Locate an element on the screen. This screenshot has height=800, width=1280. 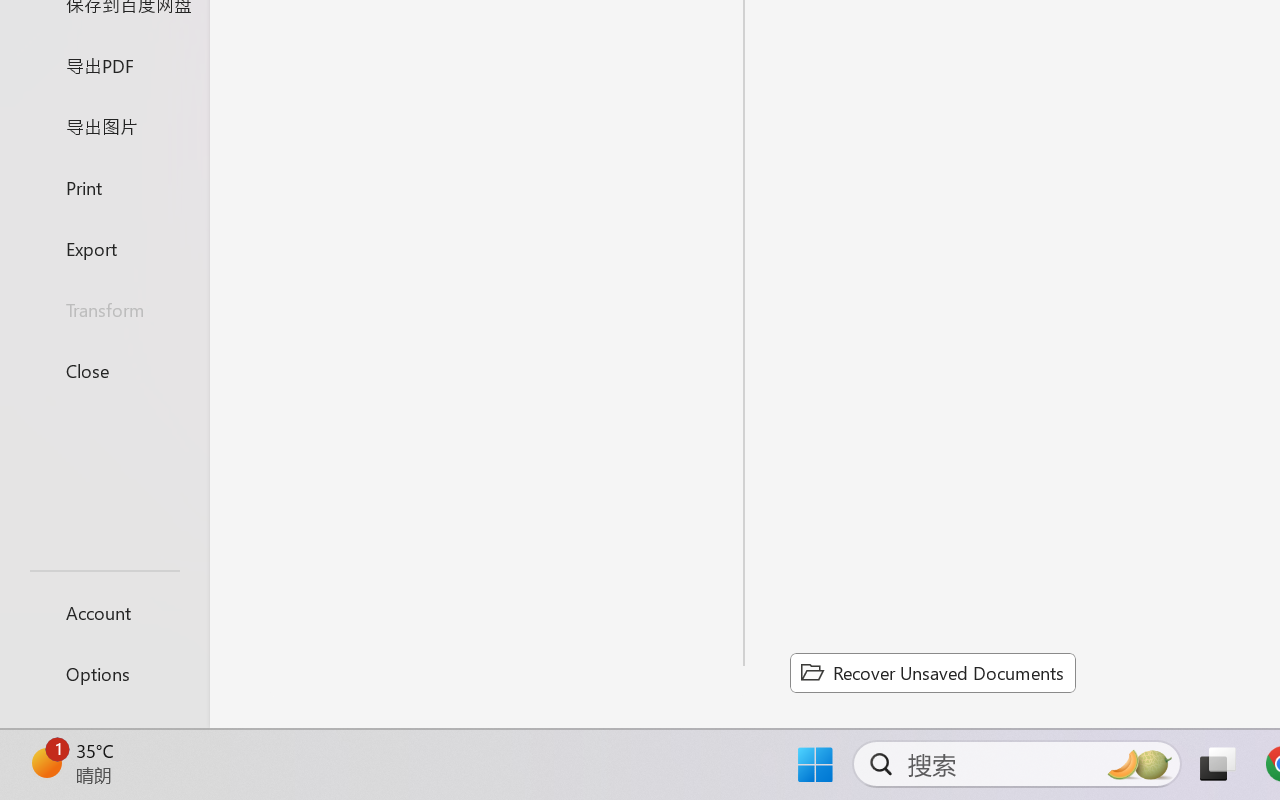
'Transform' is located at coordinates (103, 308).